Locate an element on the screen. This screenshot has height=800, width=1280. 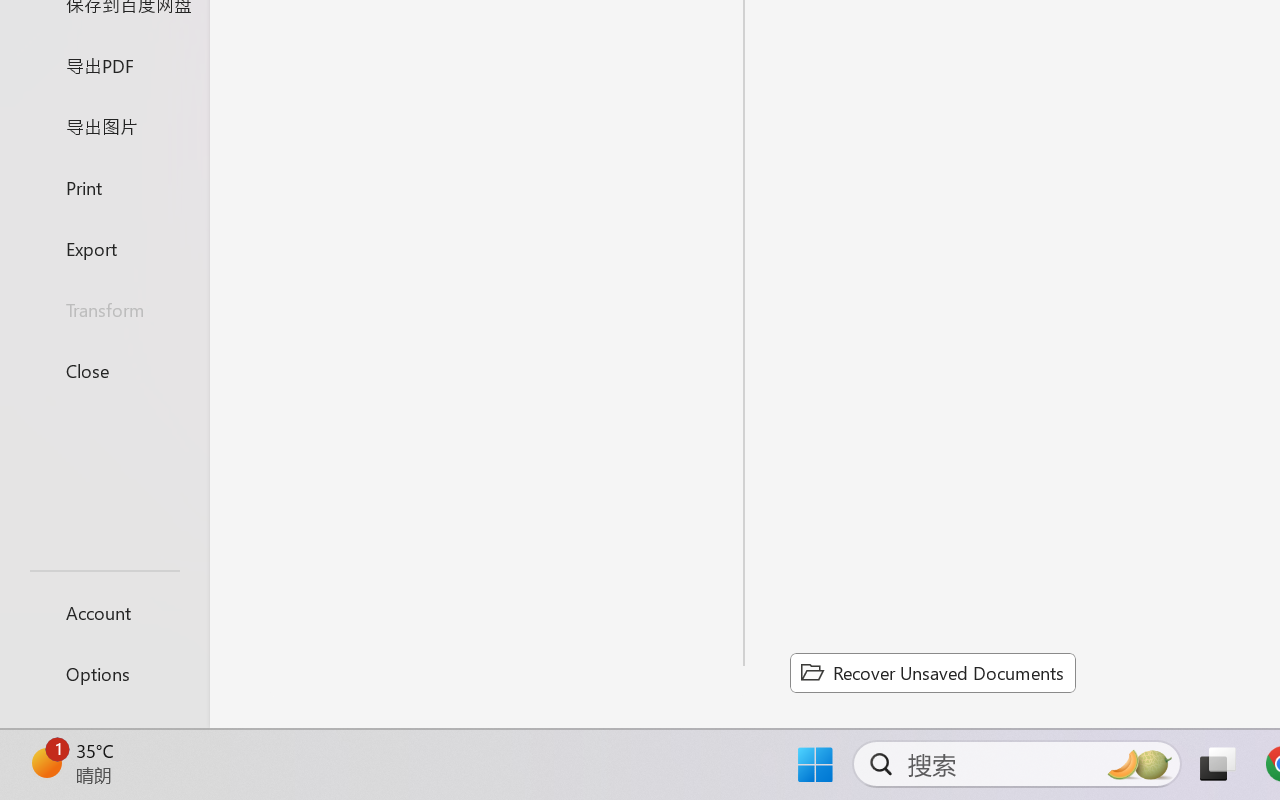
'Transform' is located at coordinates (103, 308).